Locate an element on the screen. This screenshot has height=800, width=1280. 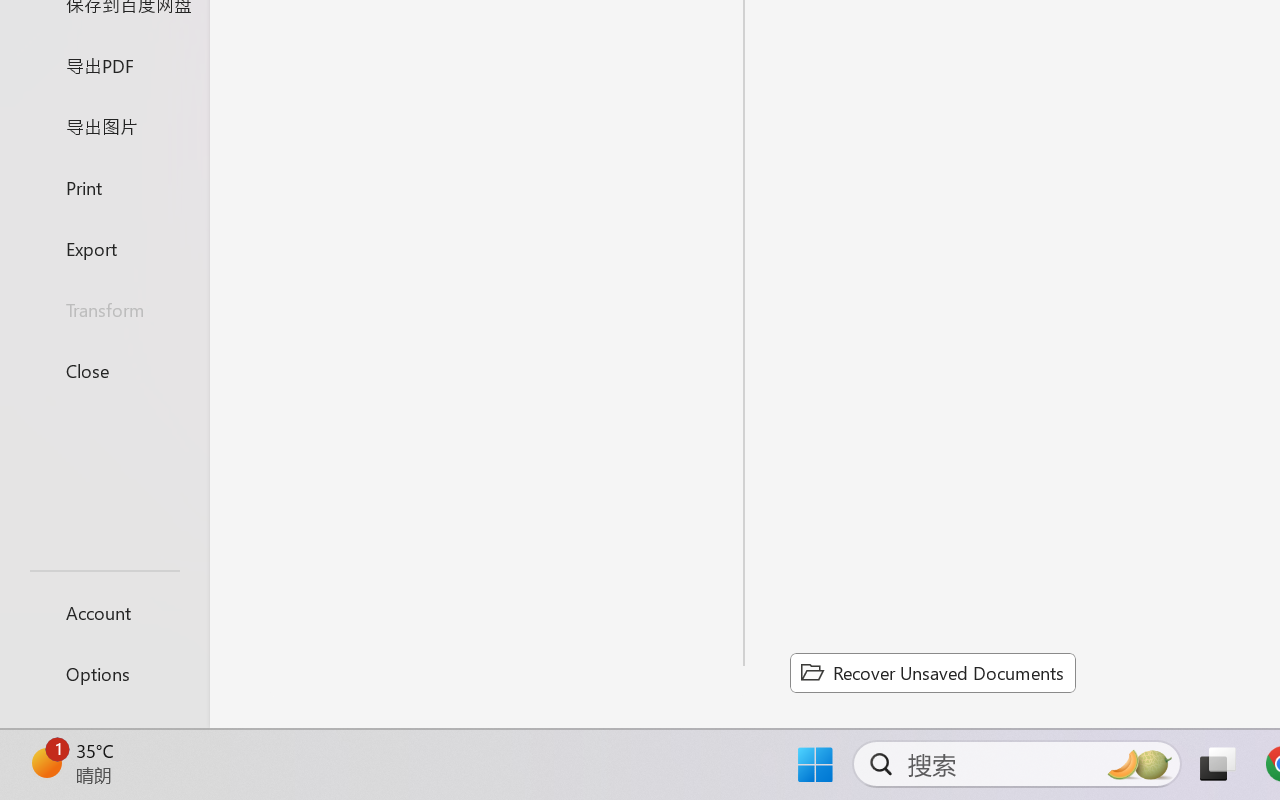
'Transform' is located at coordinates (103, 308).